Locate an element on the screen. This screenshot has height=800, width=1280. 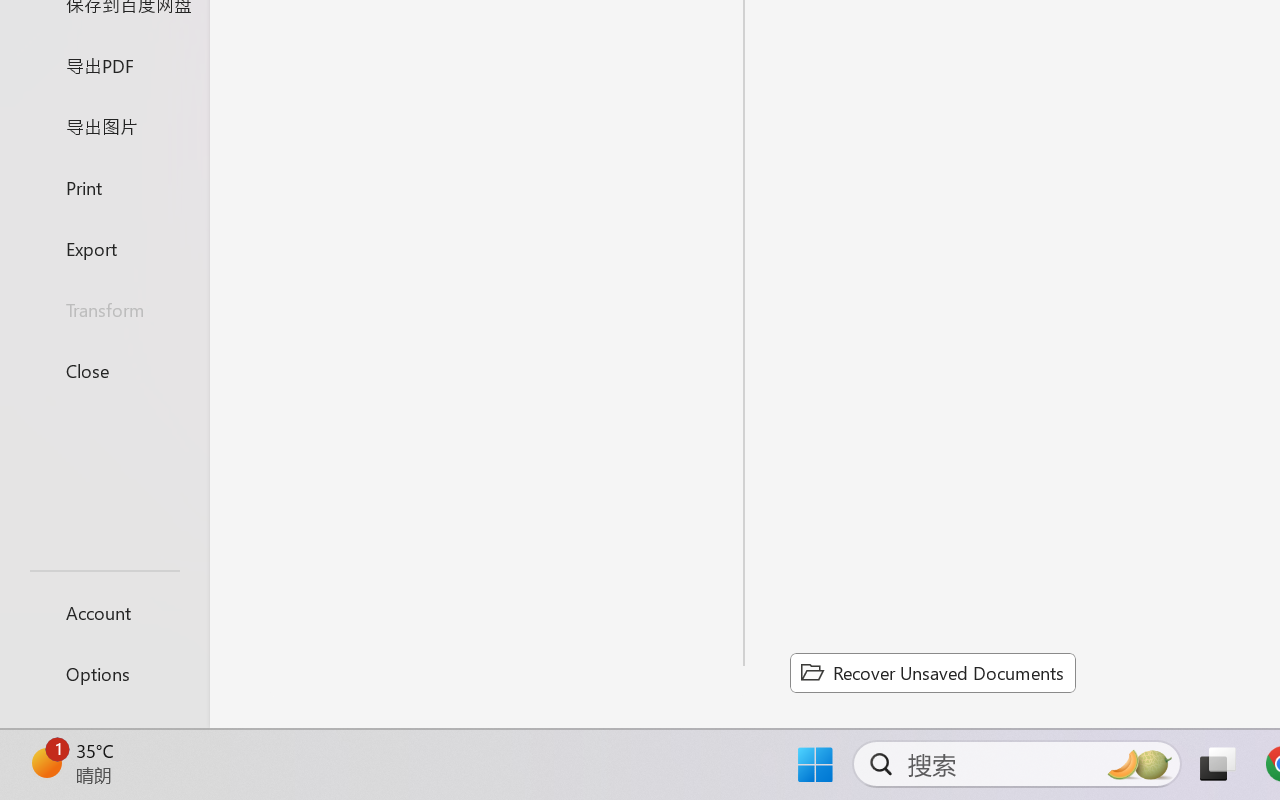
'Transform' is located at coordinates (103, 308).